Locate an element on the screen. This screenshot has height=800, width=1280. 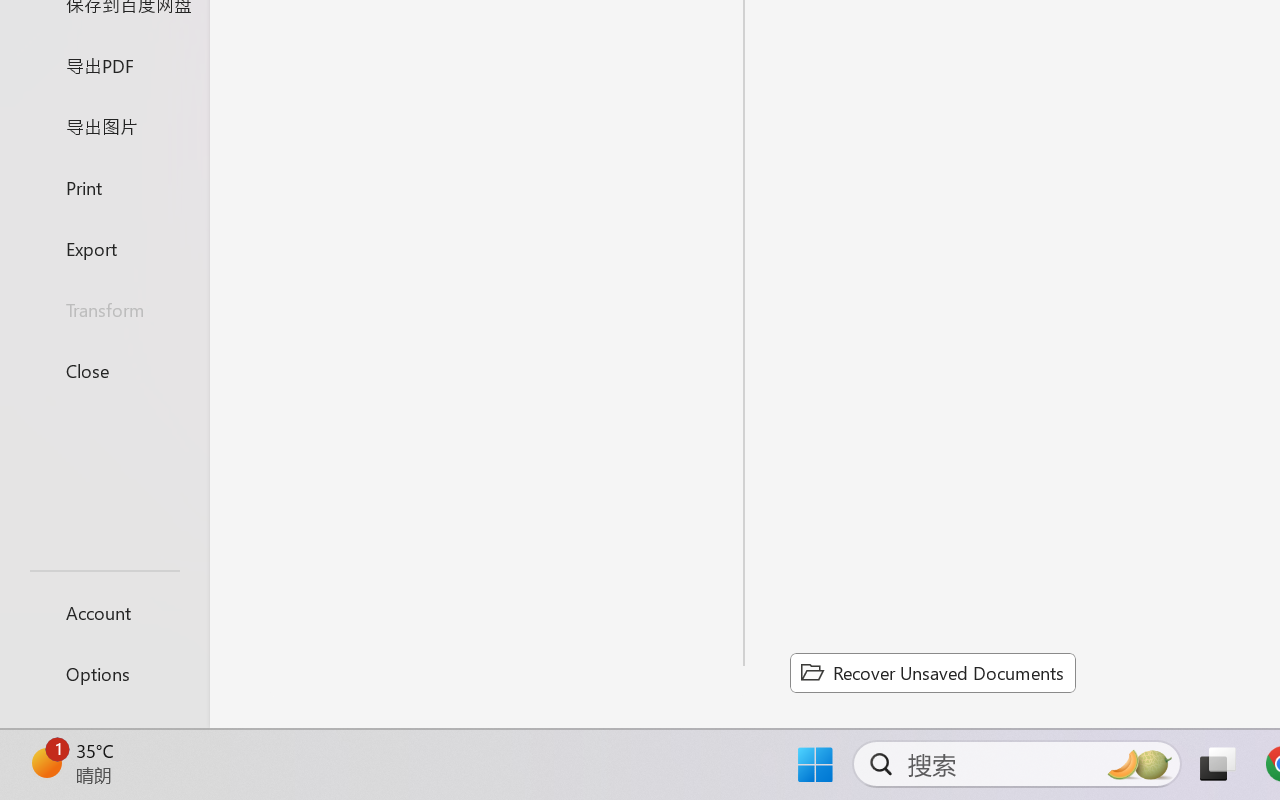
'Transform' is located at coordinates (103, 308).